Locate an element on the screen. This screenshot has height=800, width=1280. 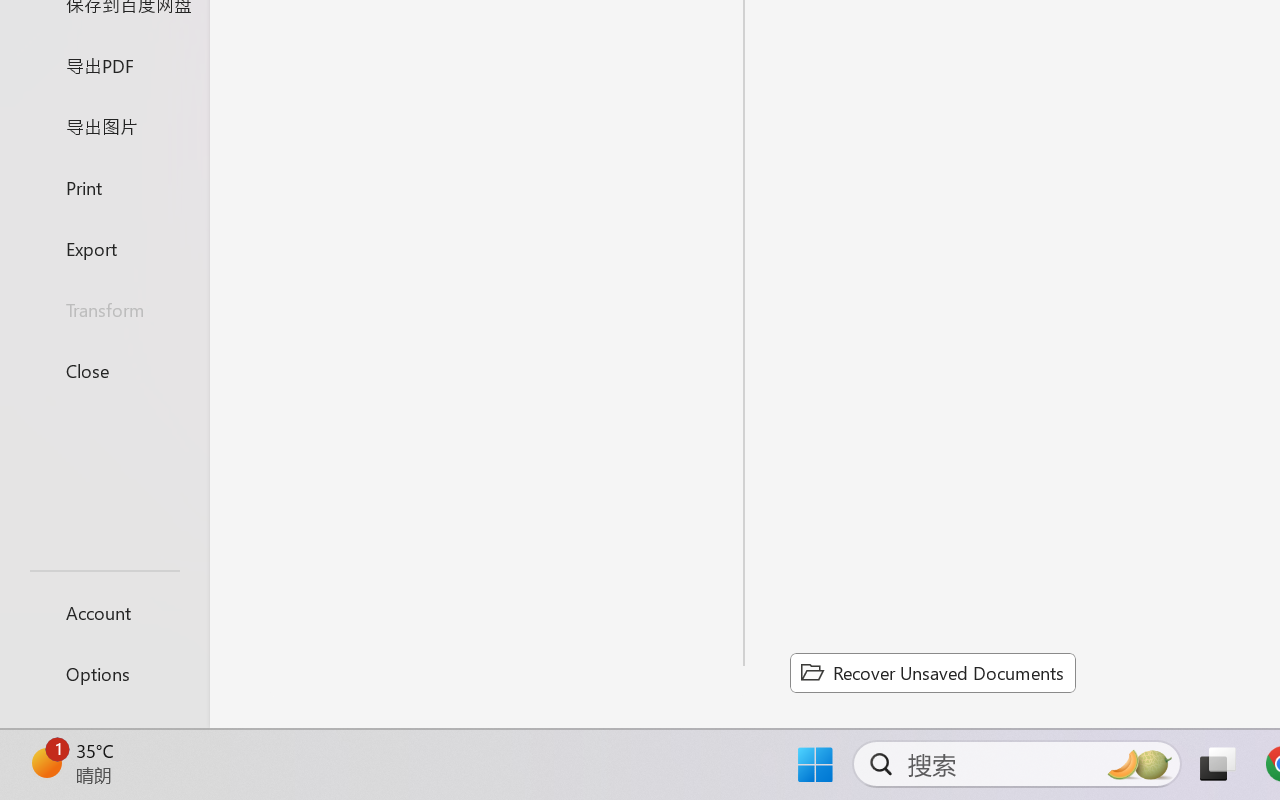
'Transform' is located at coordinates (103, 308).